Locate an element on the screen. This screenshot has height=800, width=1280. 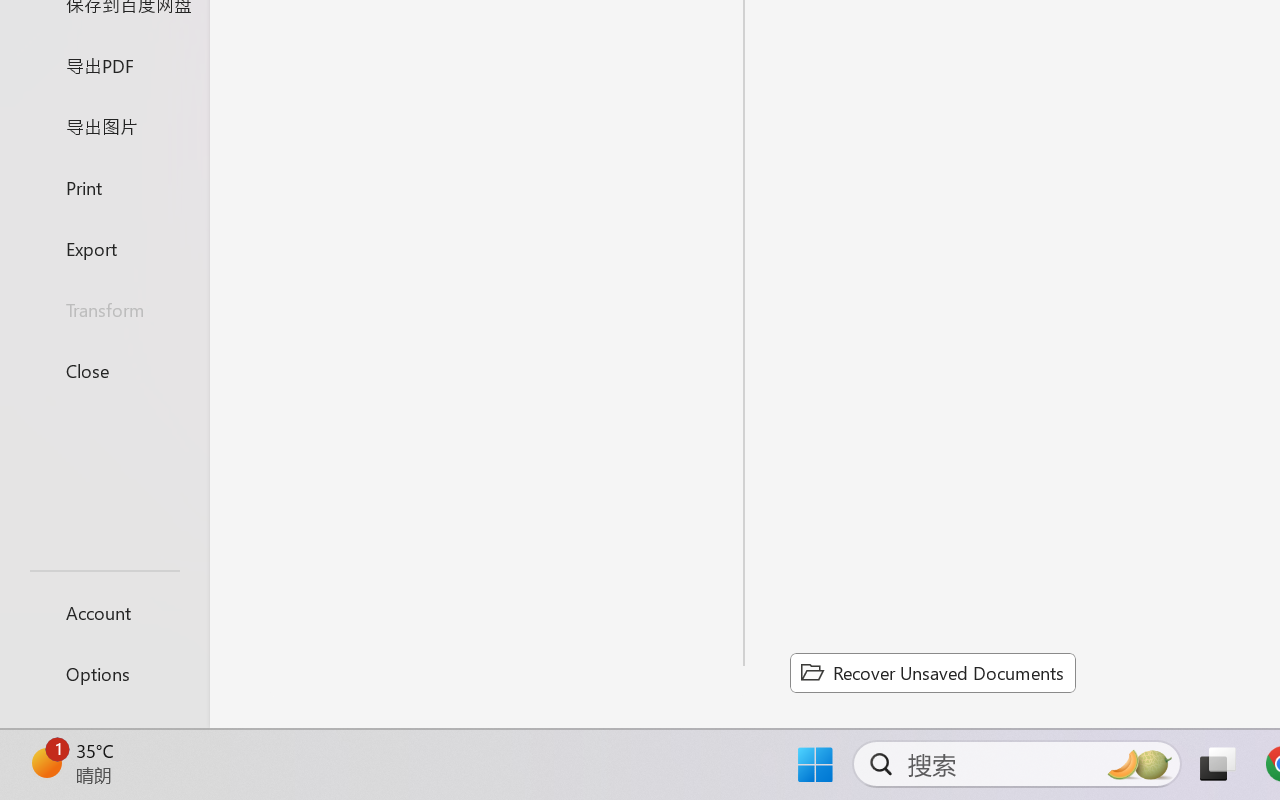
'Transform' is located at coordinates (103, 308).